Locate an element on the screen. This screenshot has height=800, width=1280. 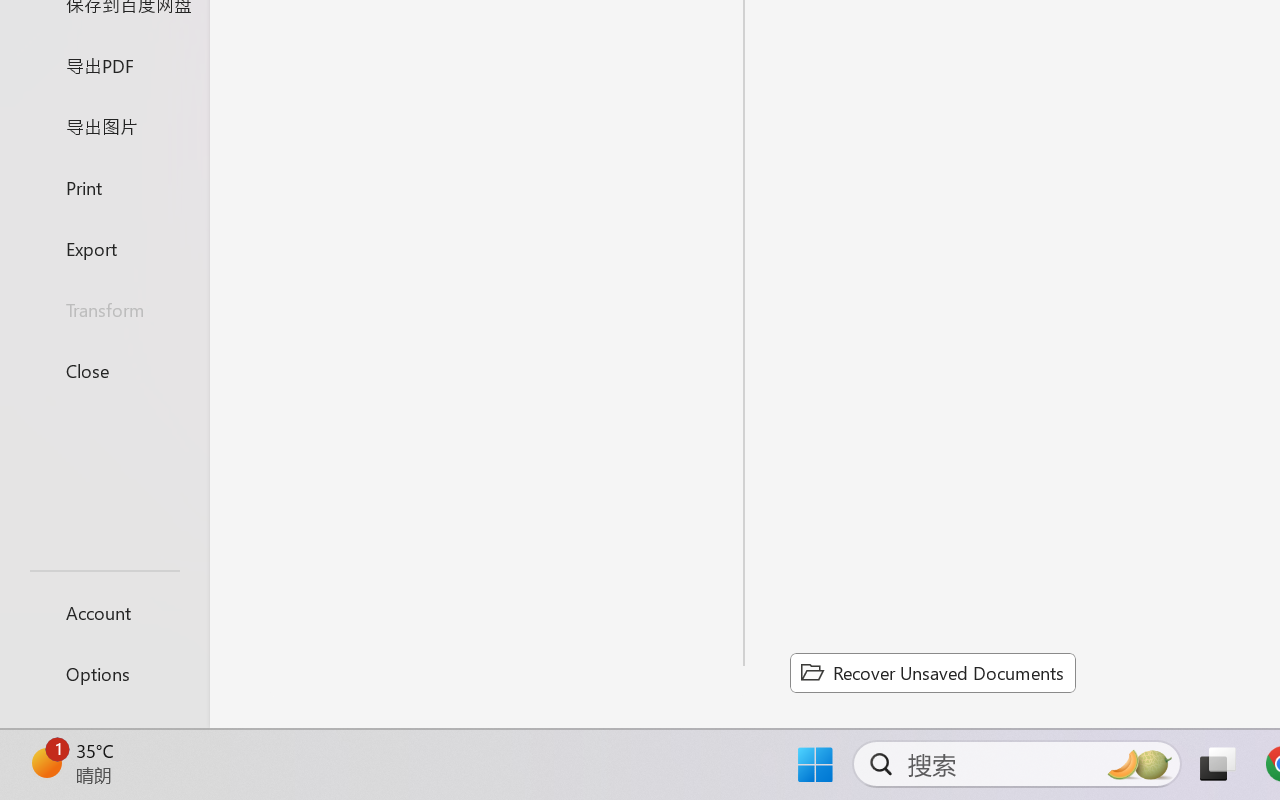
'Transform' is located at coordinates (103, 308).